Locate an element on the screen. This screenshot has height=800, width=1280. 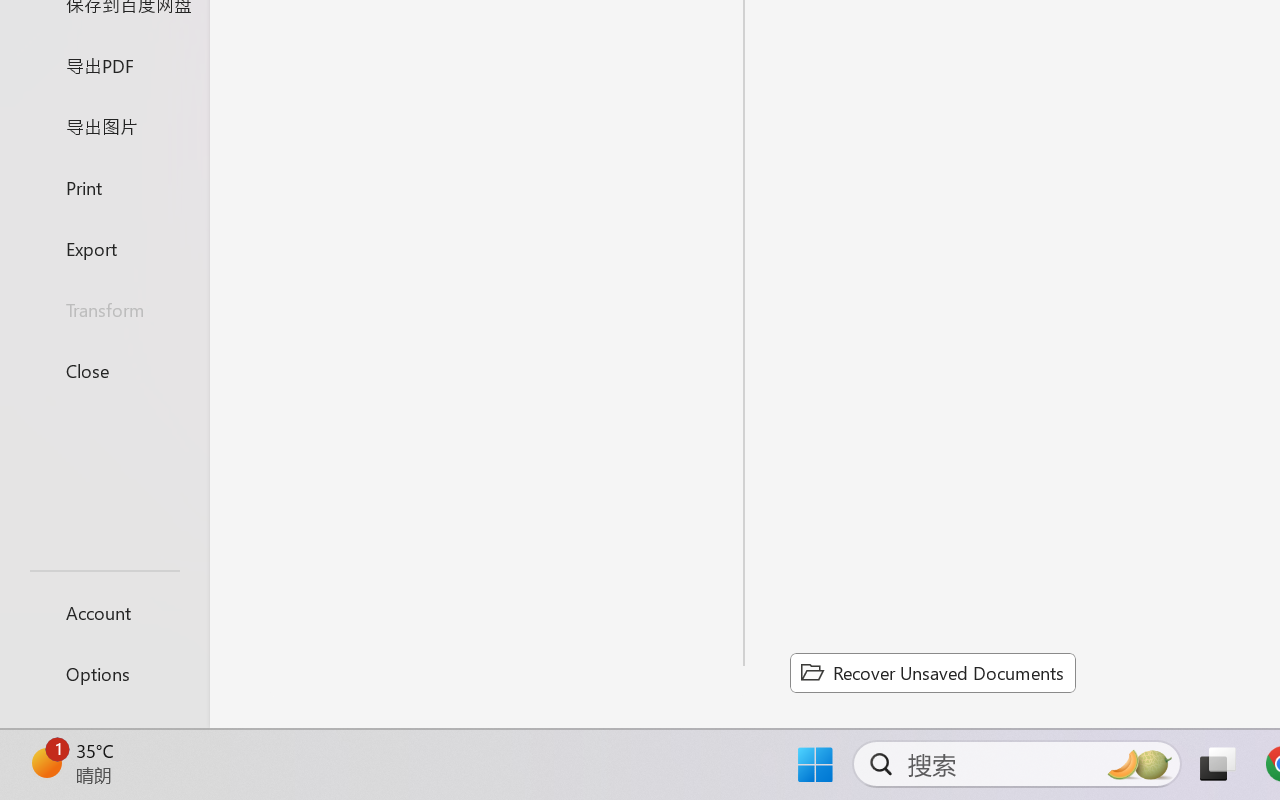
'Transform' is located at coordinates (103, 308).